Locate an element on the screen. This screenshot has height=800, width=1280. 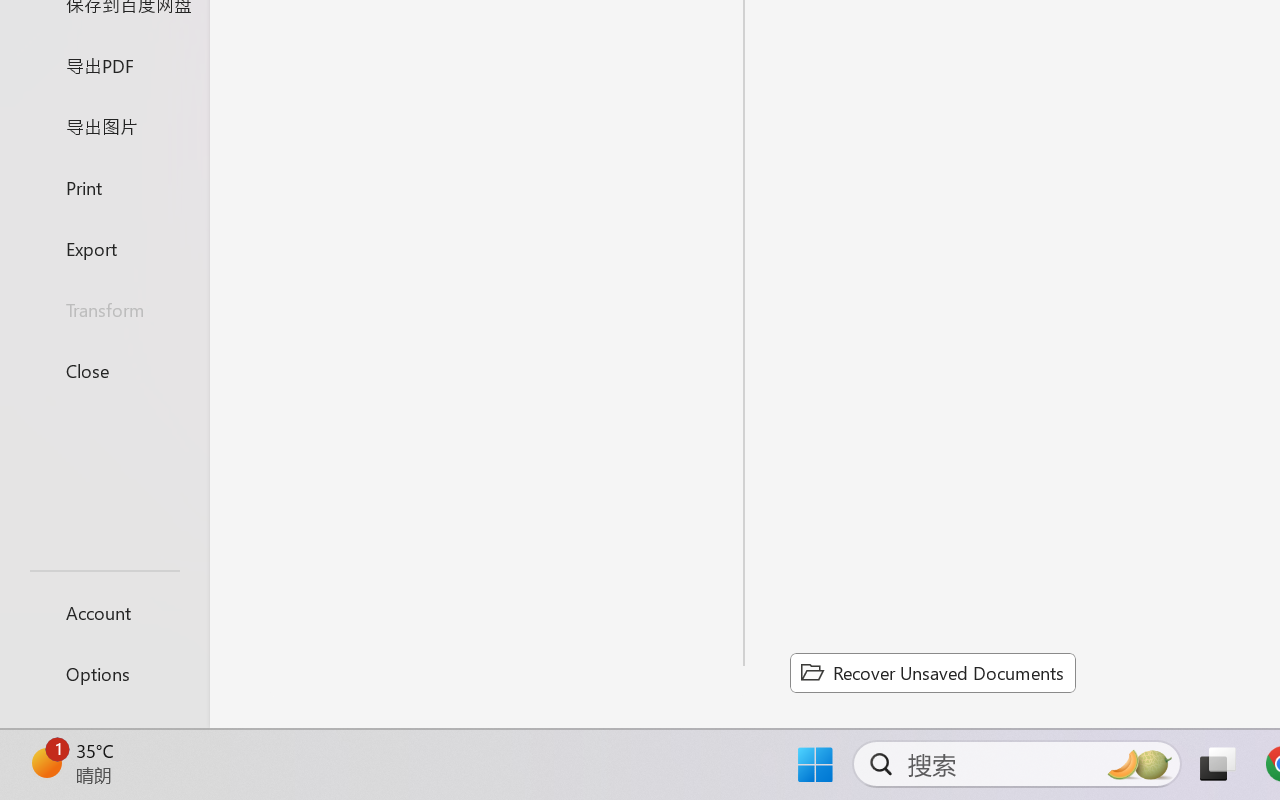
'Transform' is located at coordinates (103, 308).